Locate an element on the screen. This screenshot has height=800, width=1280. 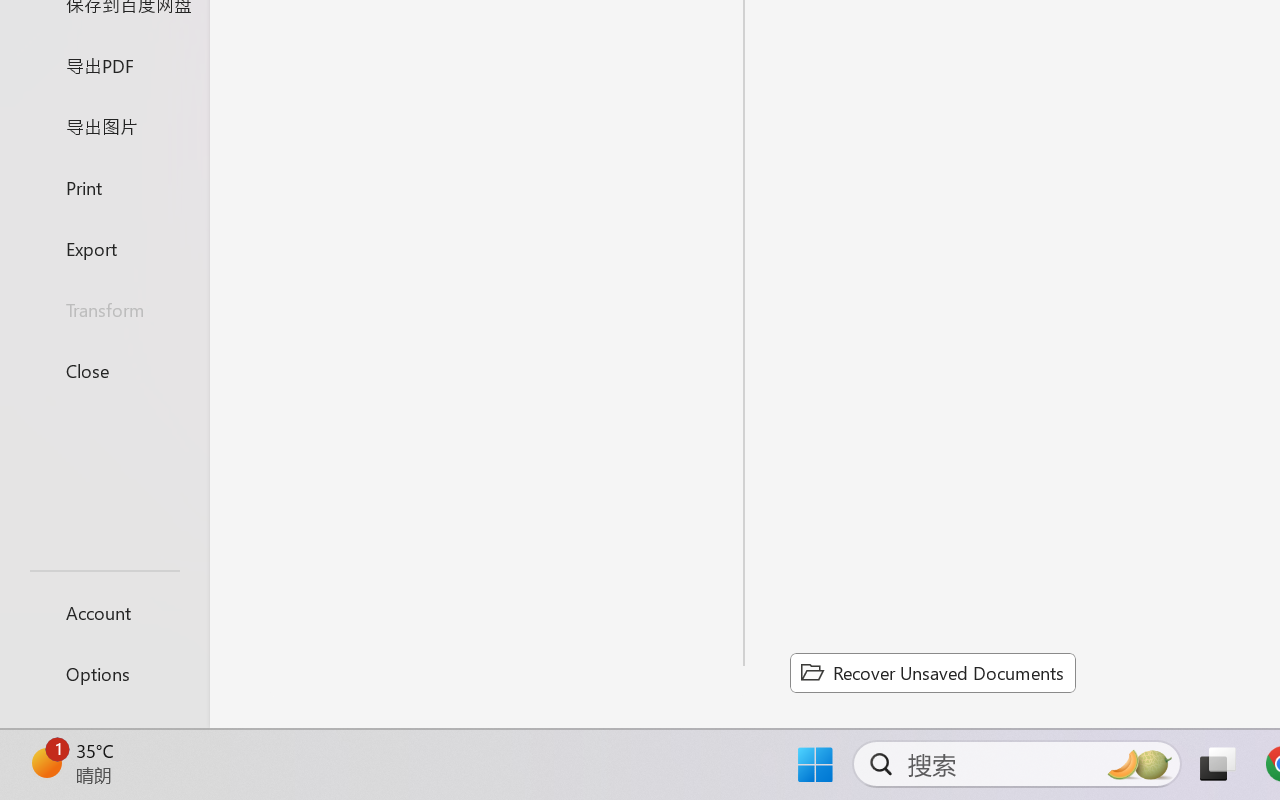
'Transform' is located at coordinates (103, 308).